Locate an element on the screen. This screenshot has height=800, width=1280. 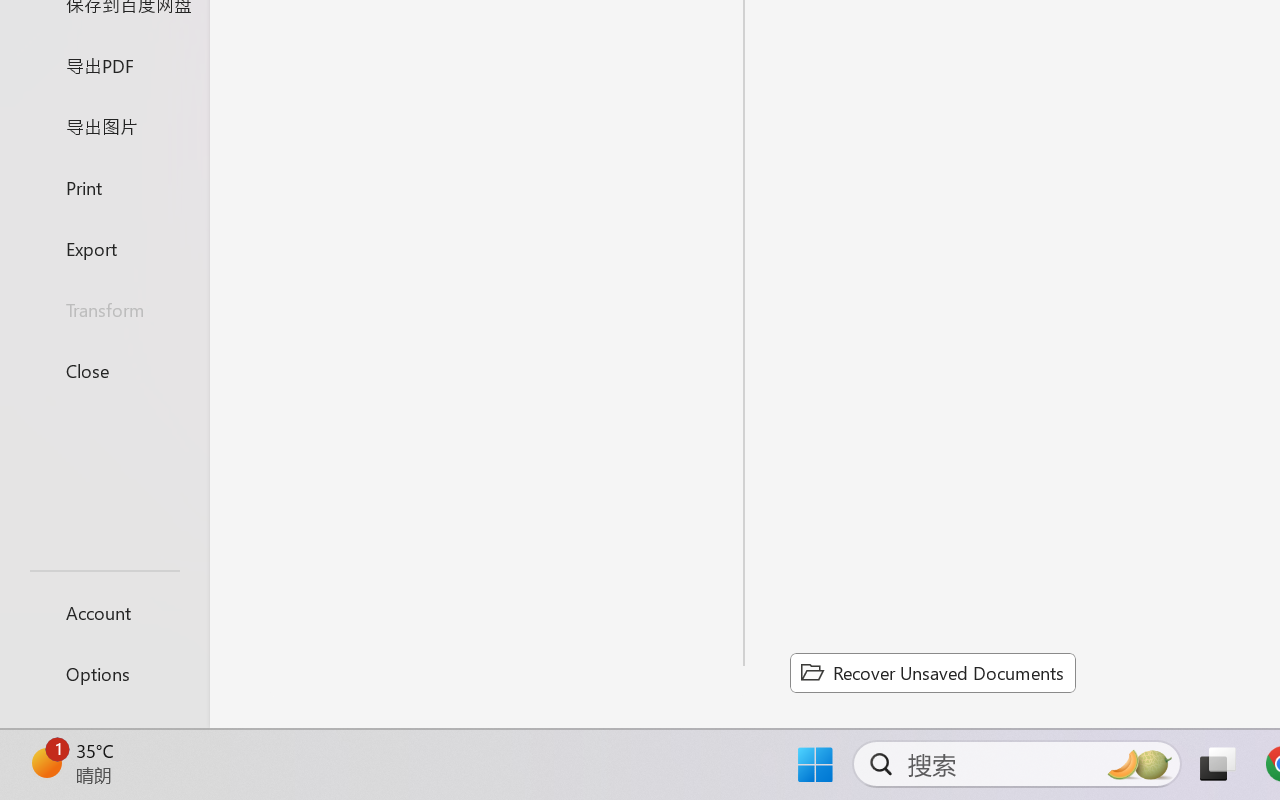
'Transform' is located at coordinates (103, 308).